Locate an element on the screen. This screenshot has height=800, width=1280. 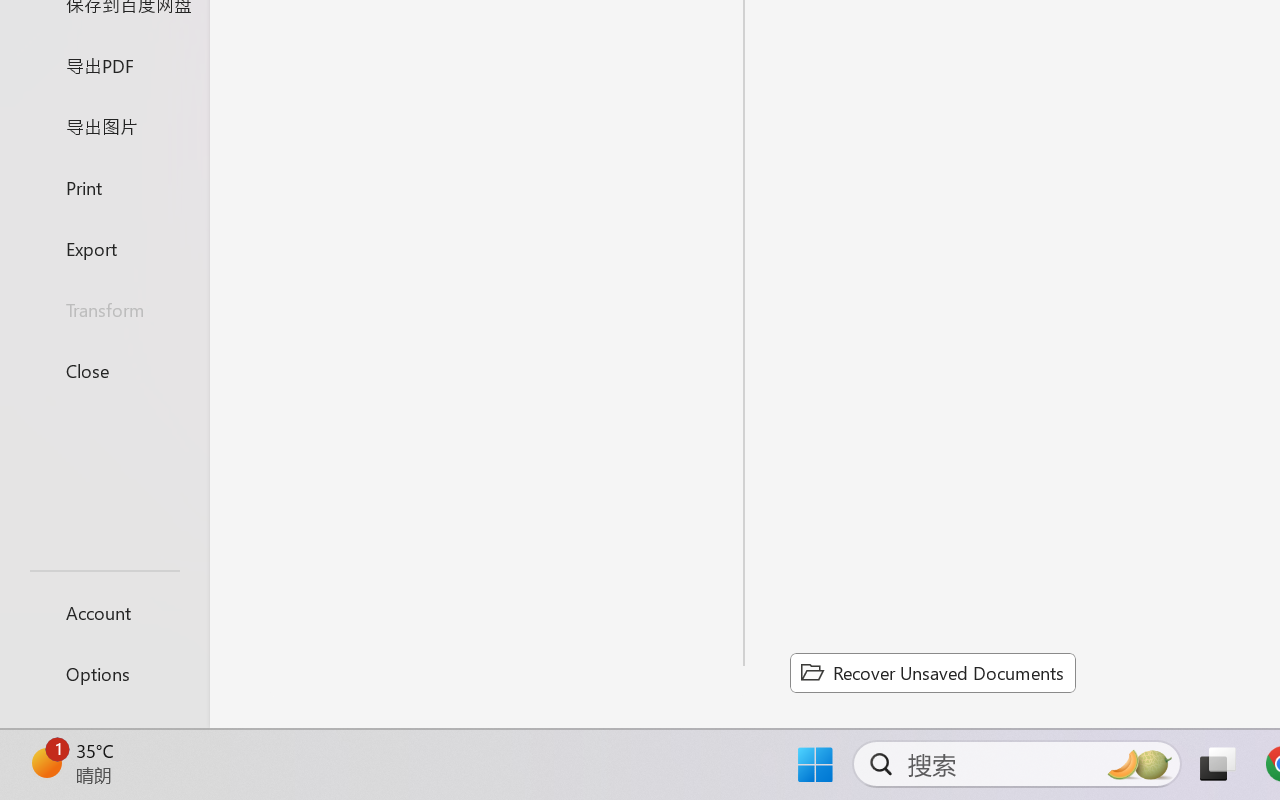
'Transform' is located at coordinates (103, 308).